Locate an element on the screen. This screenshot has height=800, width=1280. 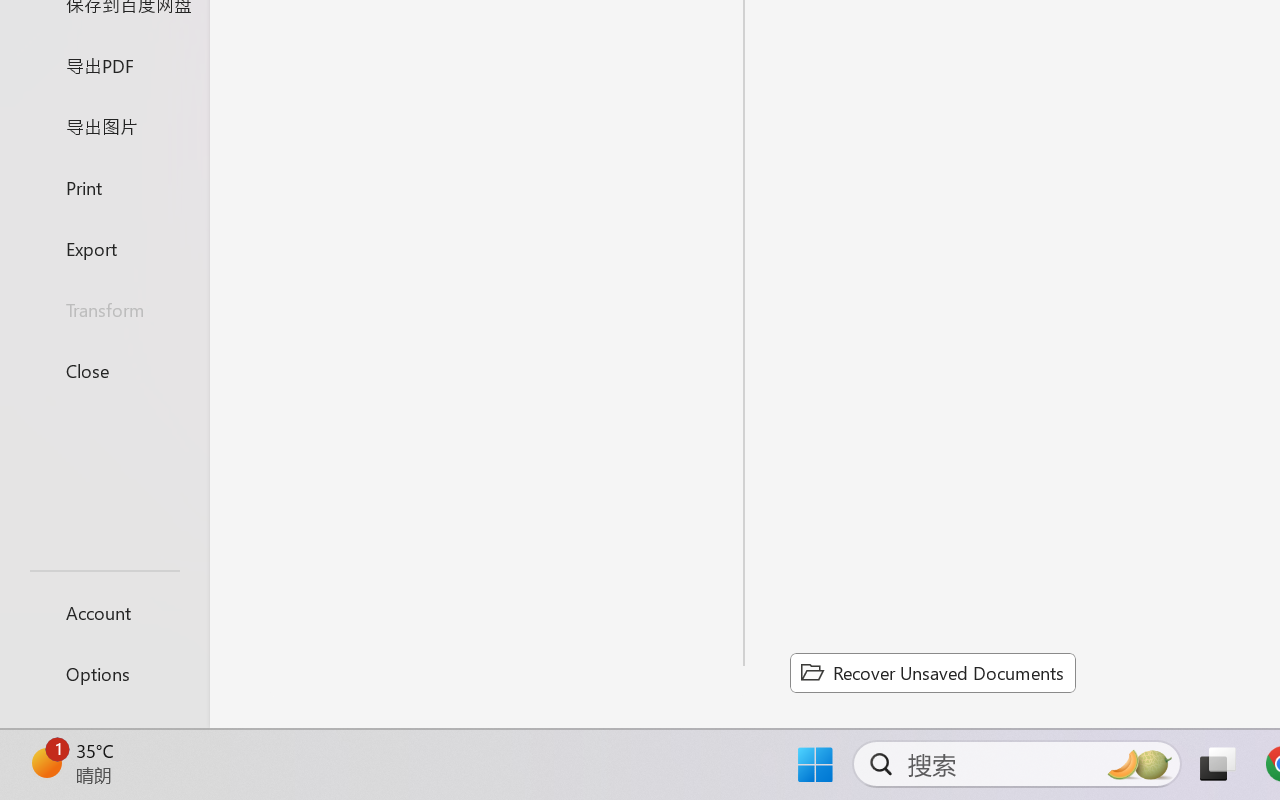
'Transform' is located at coordinates (103, 308).